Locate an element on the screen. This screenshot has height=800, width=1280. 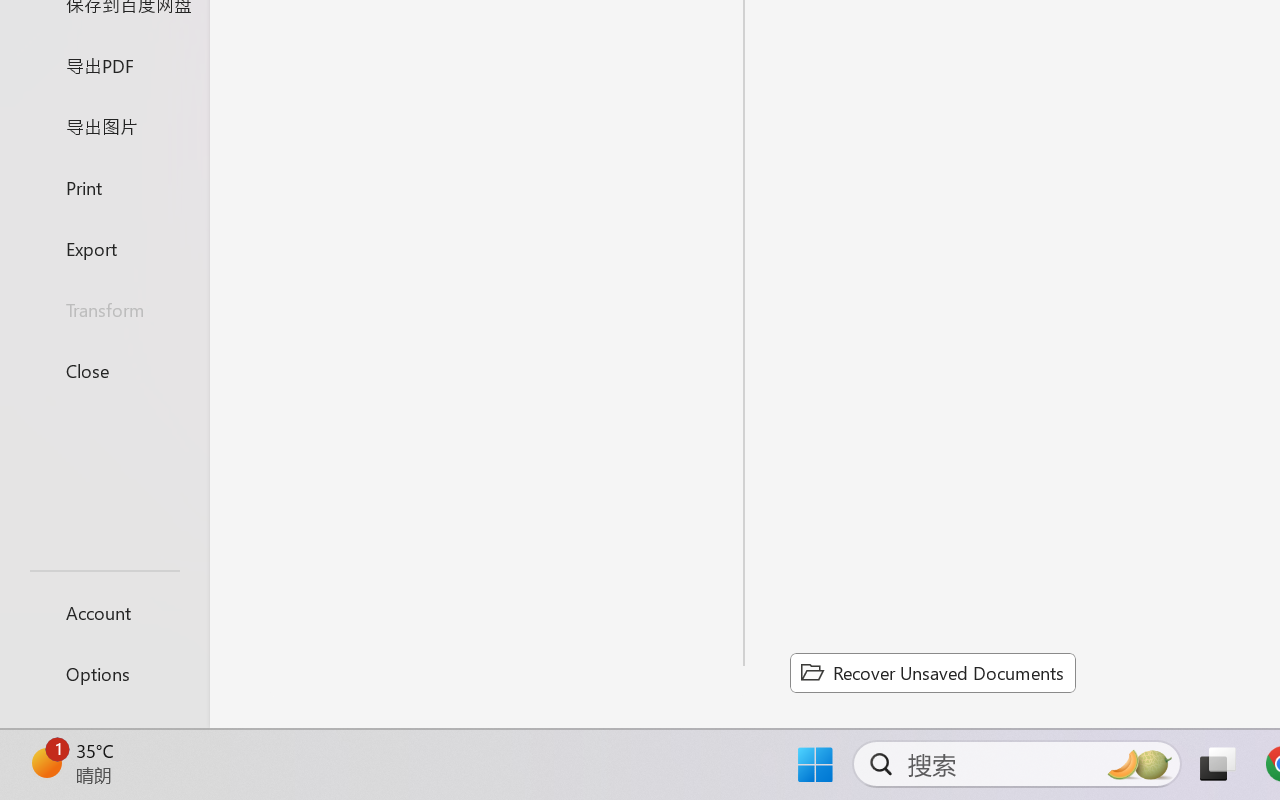
'Transform' is located at coordinates (103, 308).